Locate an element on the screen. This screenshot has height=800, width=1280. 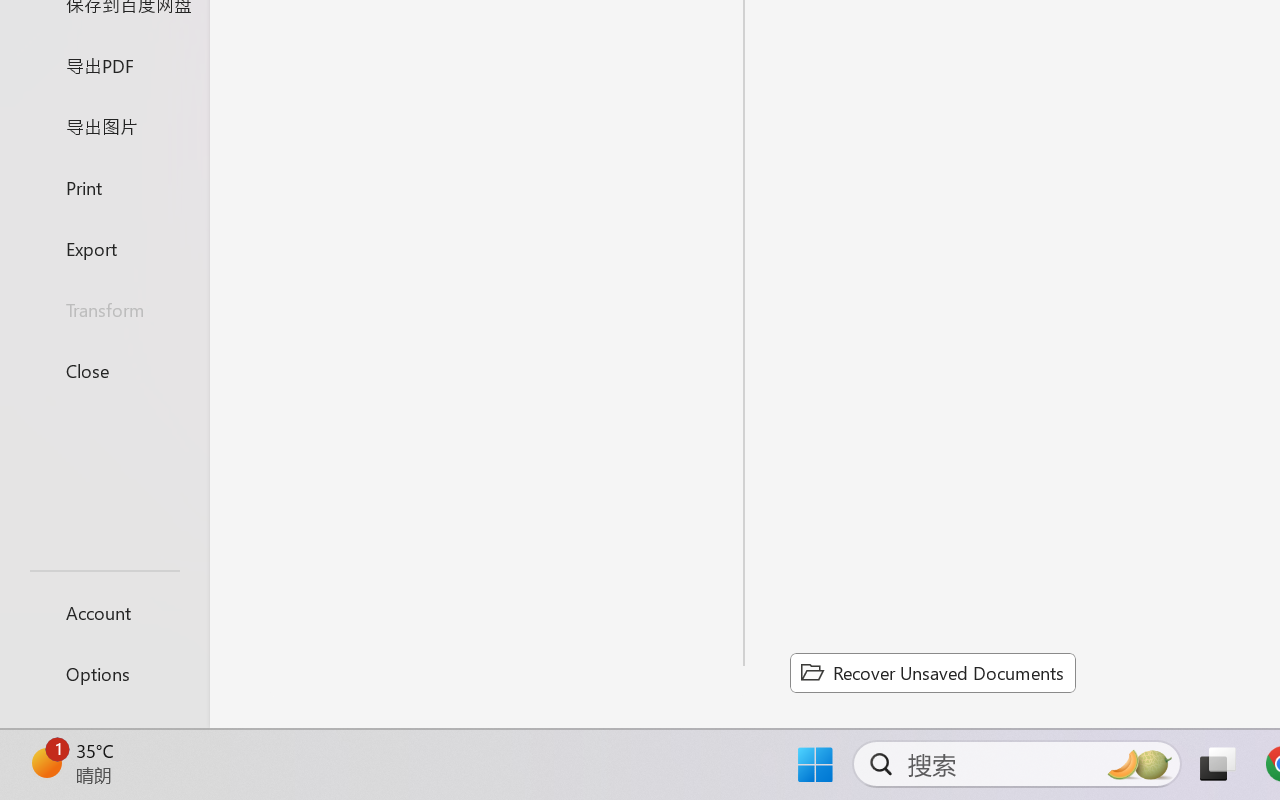
'Transform' is located at coordinates (103, 308).